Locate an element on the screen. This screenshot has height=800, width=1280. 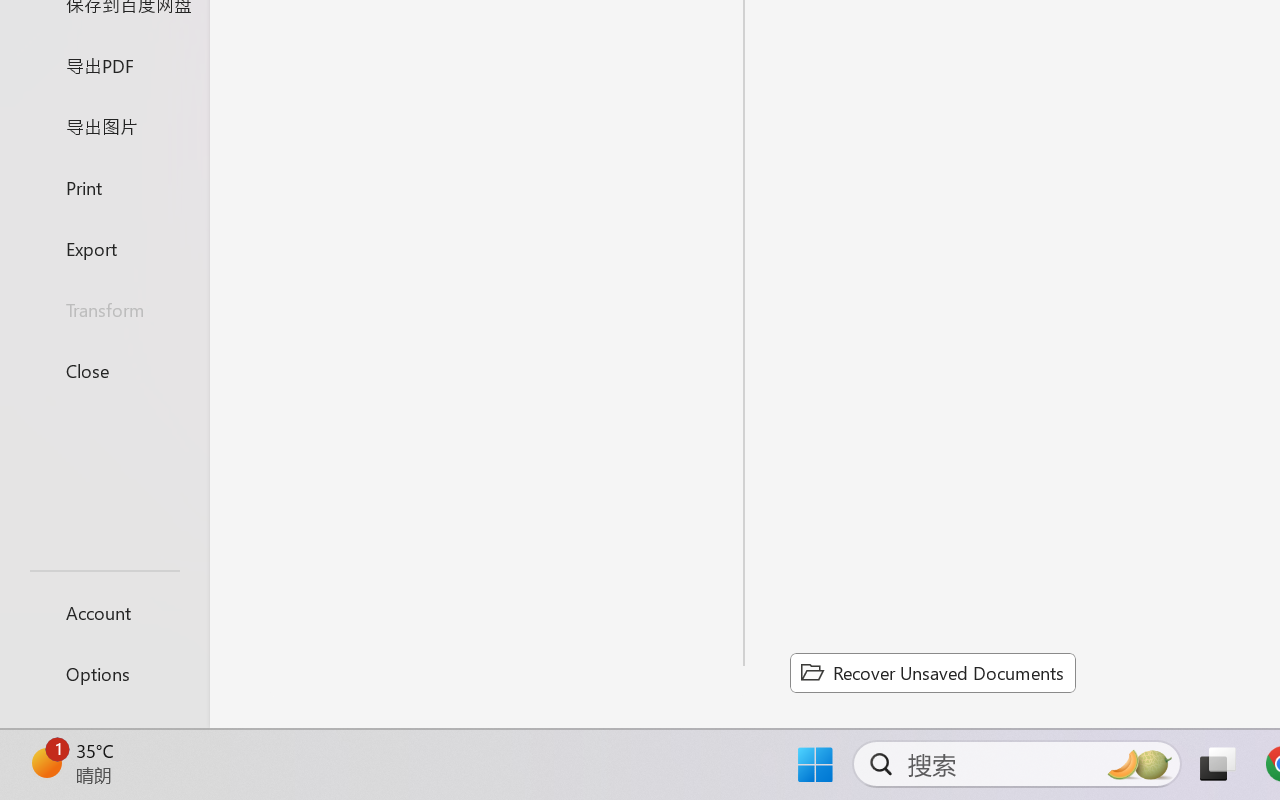
'Transform' is located at coordinates (103, 308).